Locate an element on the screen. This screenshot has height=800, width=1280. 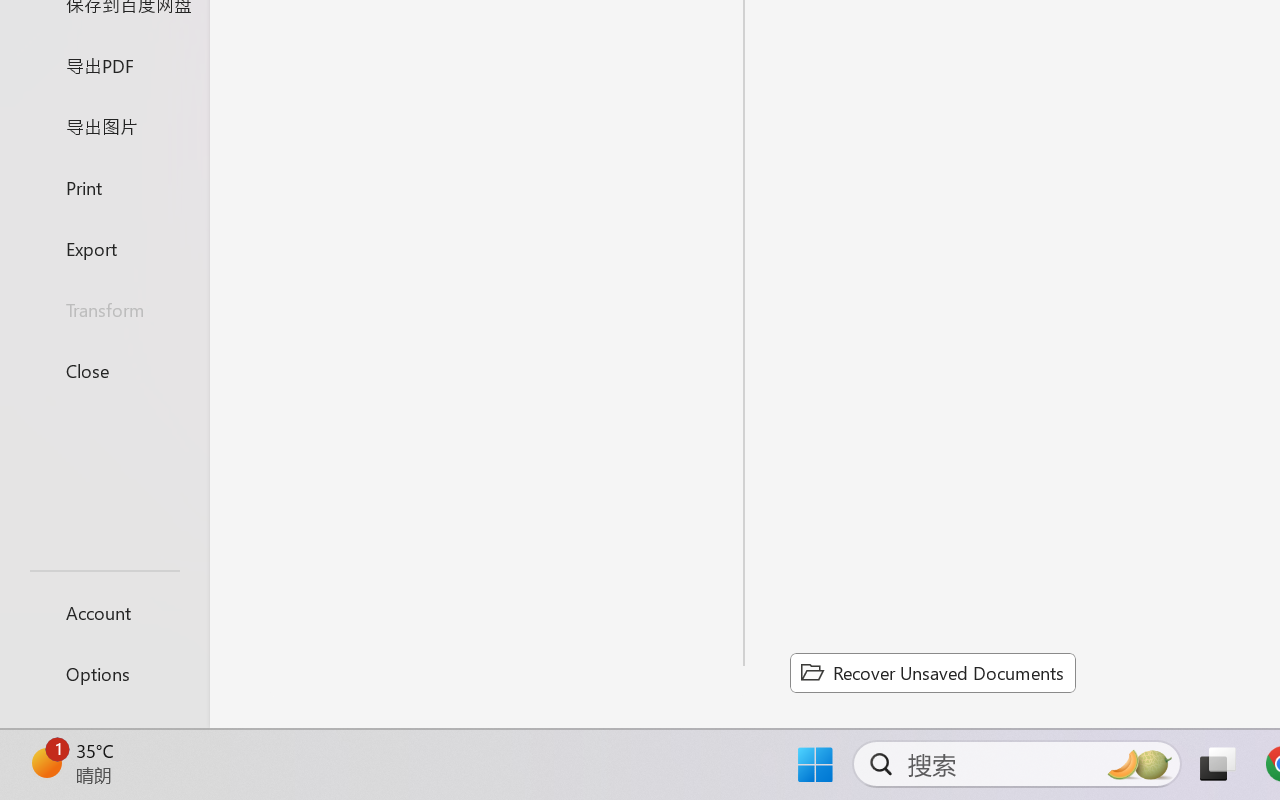
'Transform' is located at coordinates (103, 308).